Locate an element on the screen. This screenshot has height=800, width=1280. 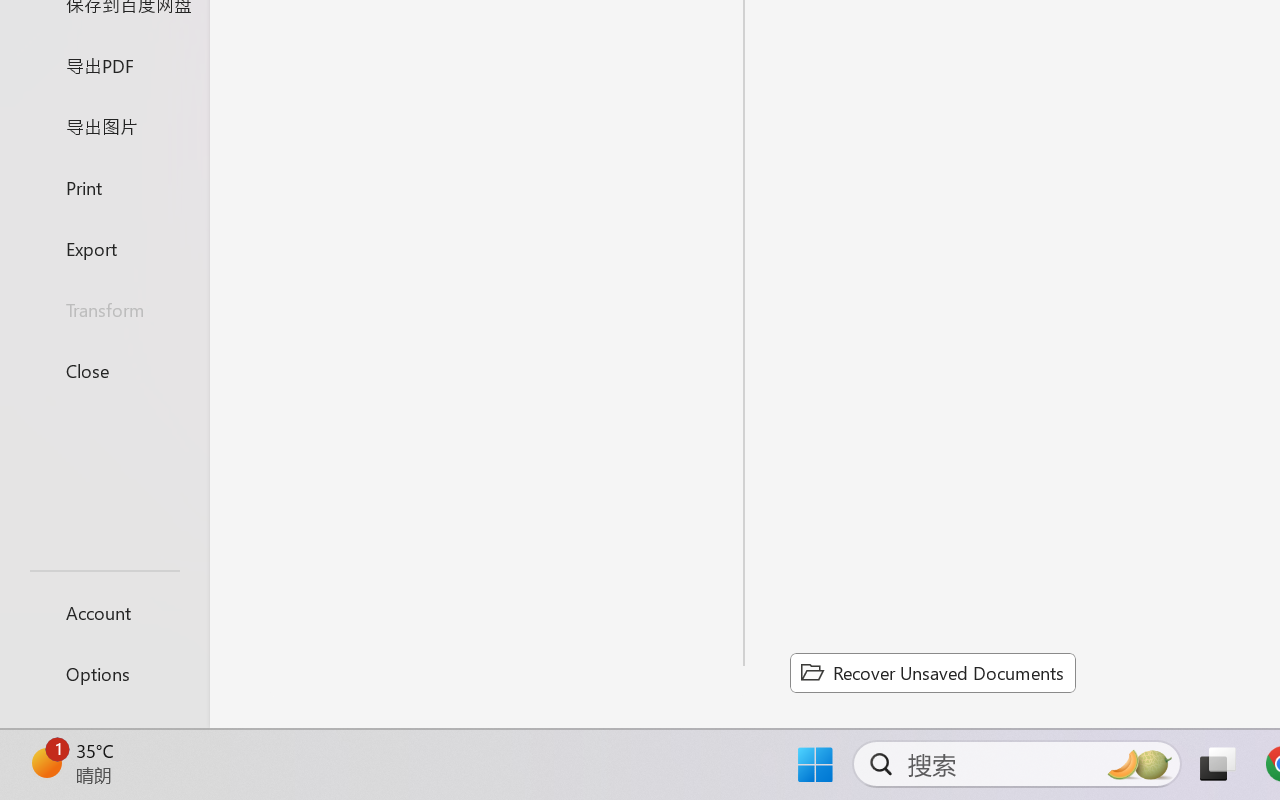
'Transform' is located at coordinates (103, 308).